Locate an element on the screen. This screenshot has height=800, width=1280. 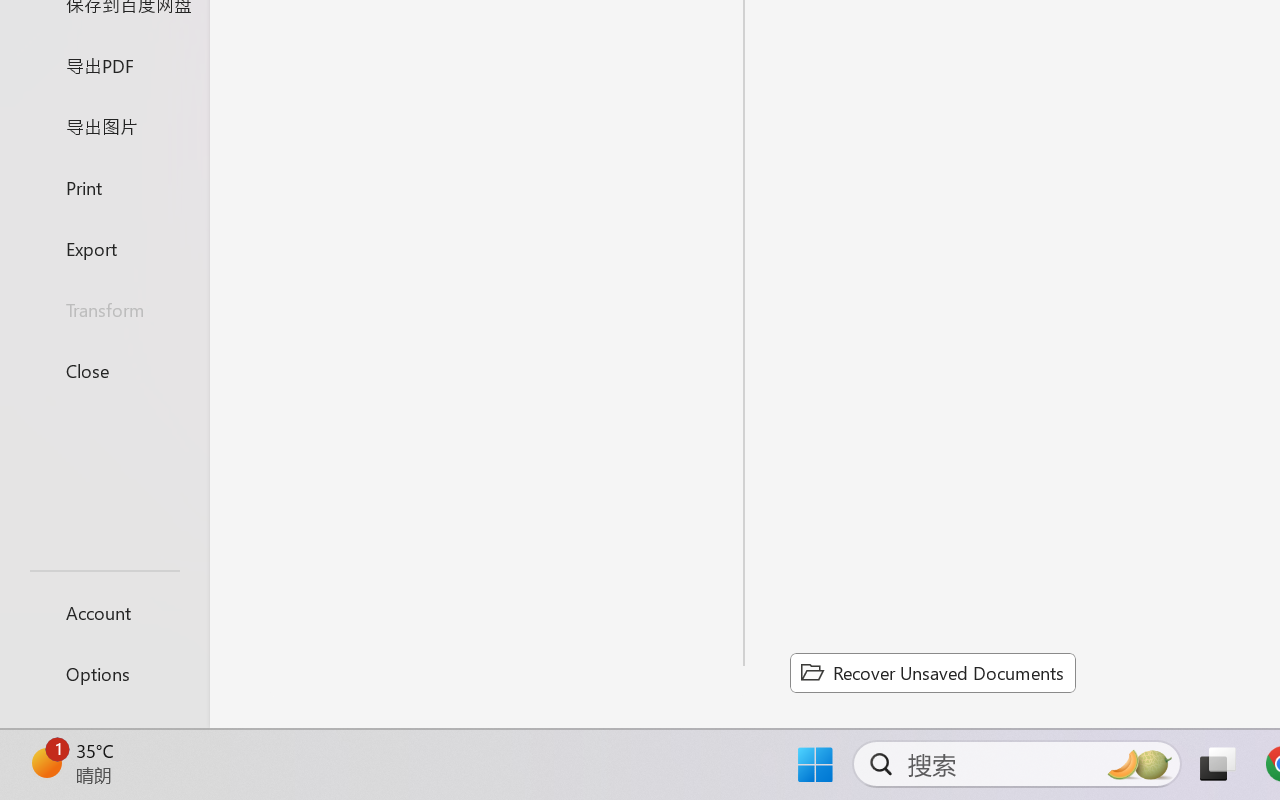
'Transform' is located at coordinates (103, 308).